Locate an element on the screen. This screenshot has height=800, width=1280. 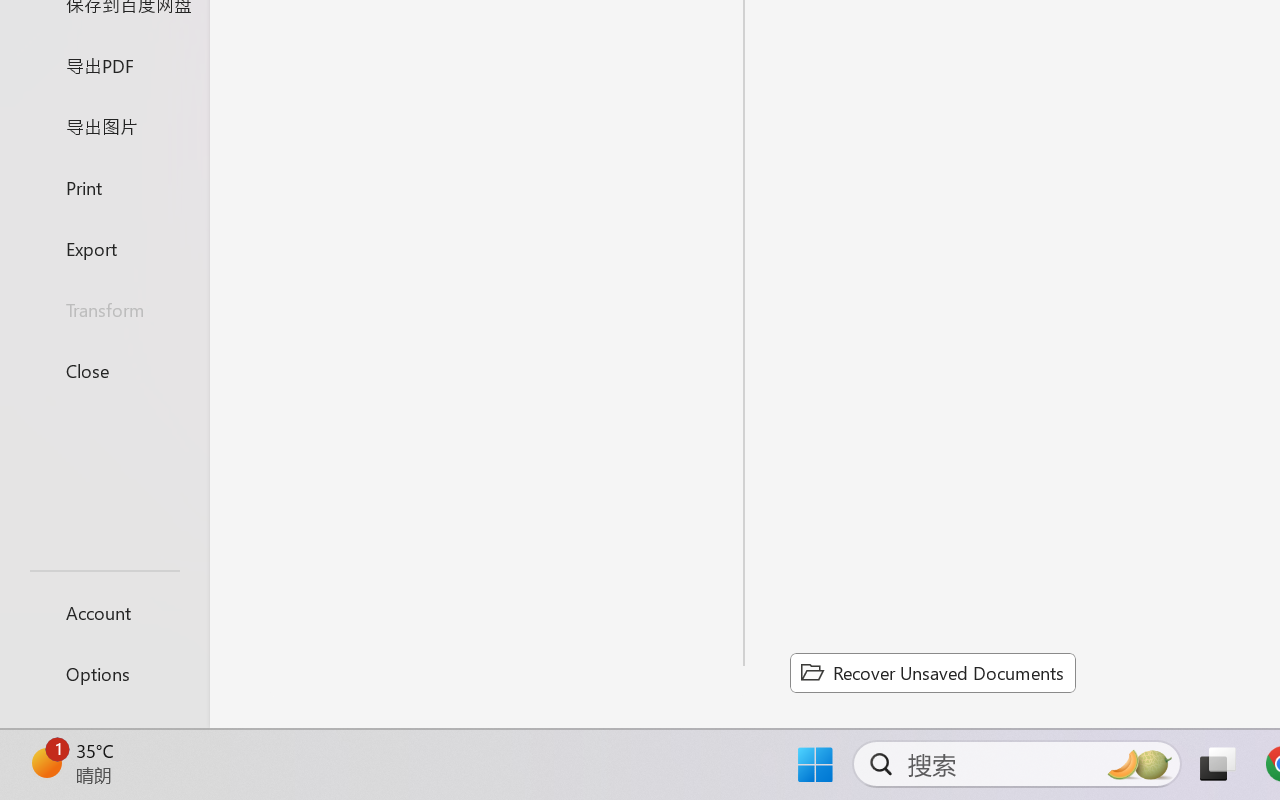
'Transform' is located at coordinates (103, 308).